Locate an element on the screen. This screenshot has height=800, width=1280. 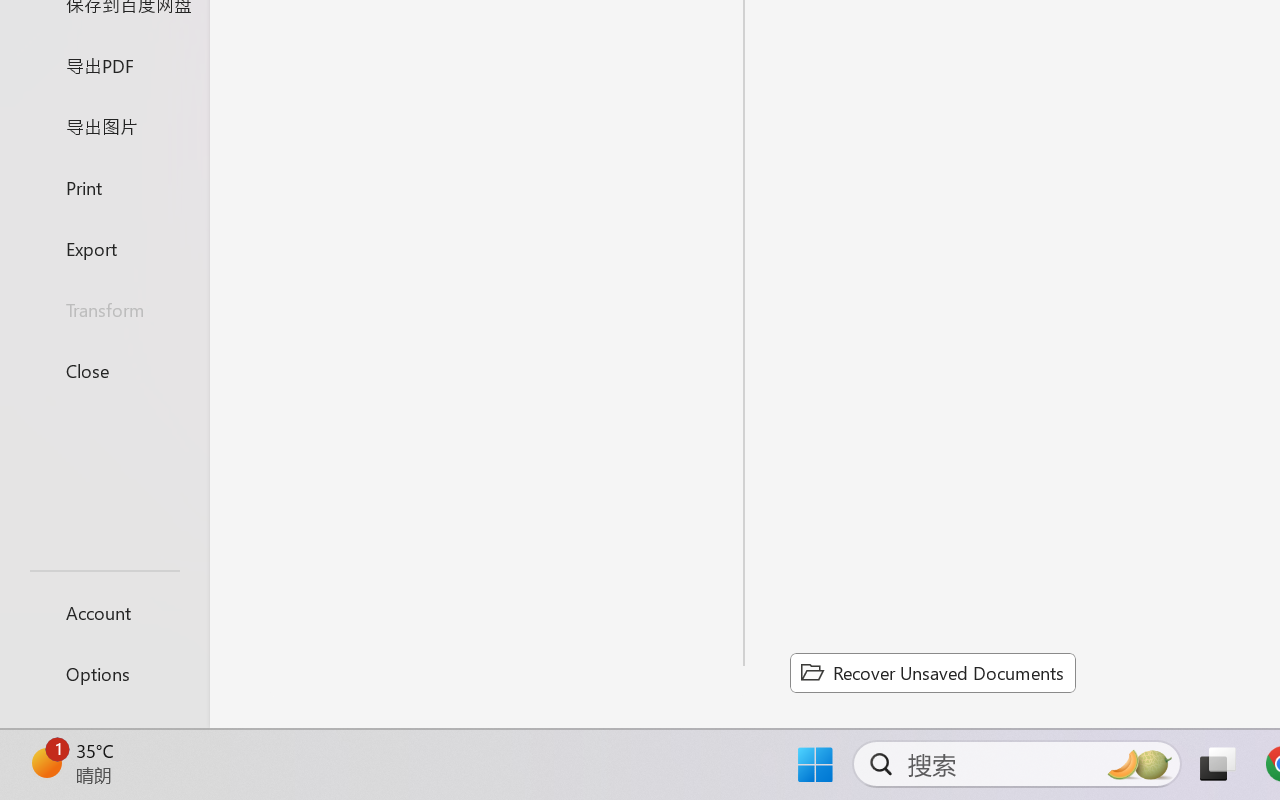
'Transform' is located at coordinates (103, 308).